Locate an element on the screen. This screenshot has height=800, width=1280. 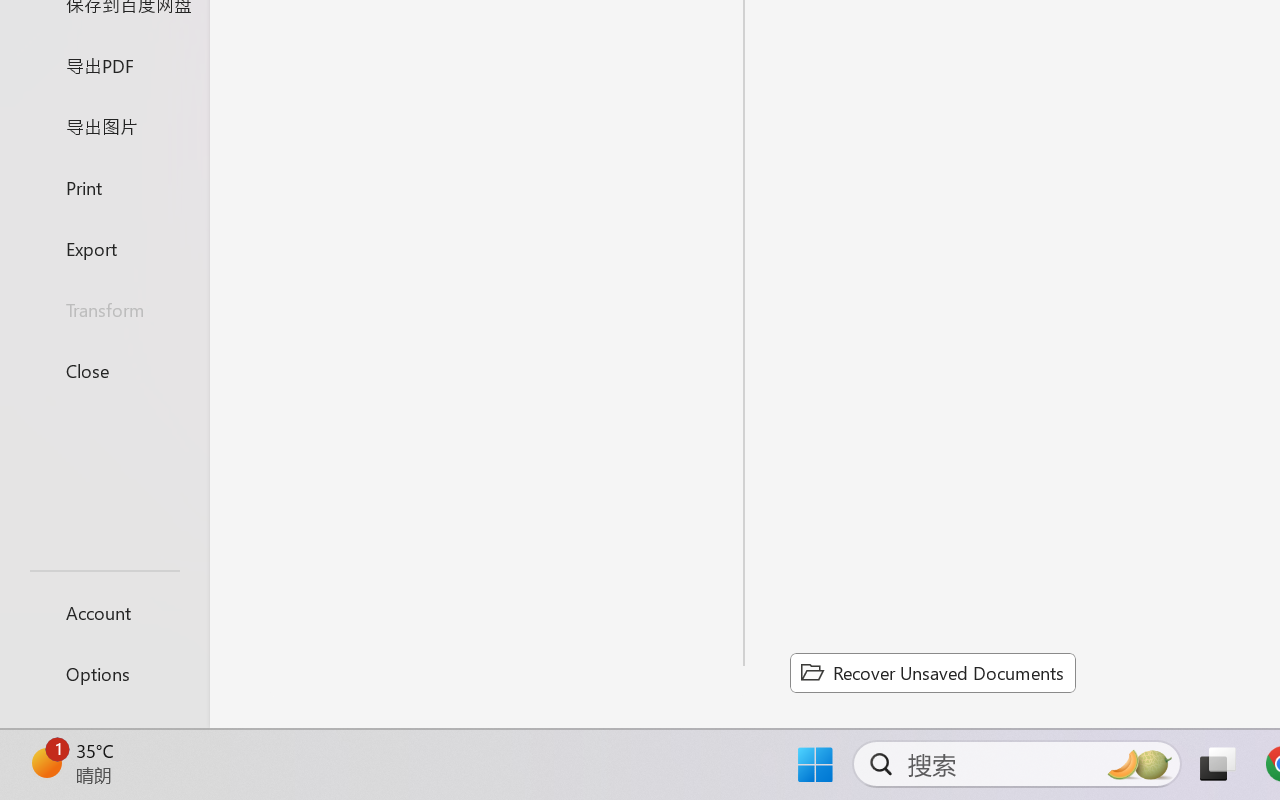
'Transform' is located at coordinates (103, 308).